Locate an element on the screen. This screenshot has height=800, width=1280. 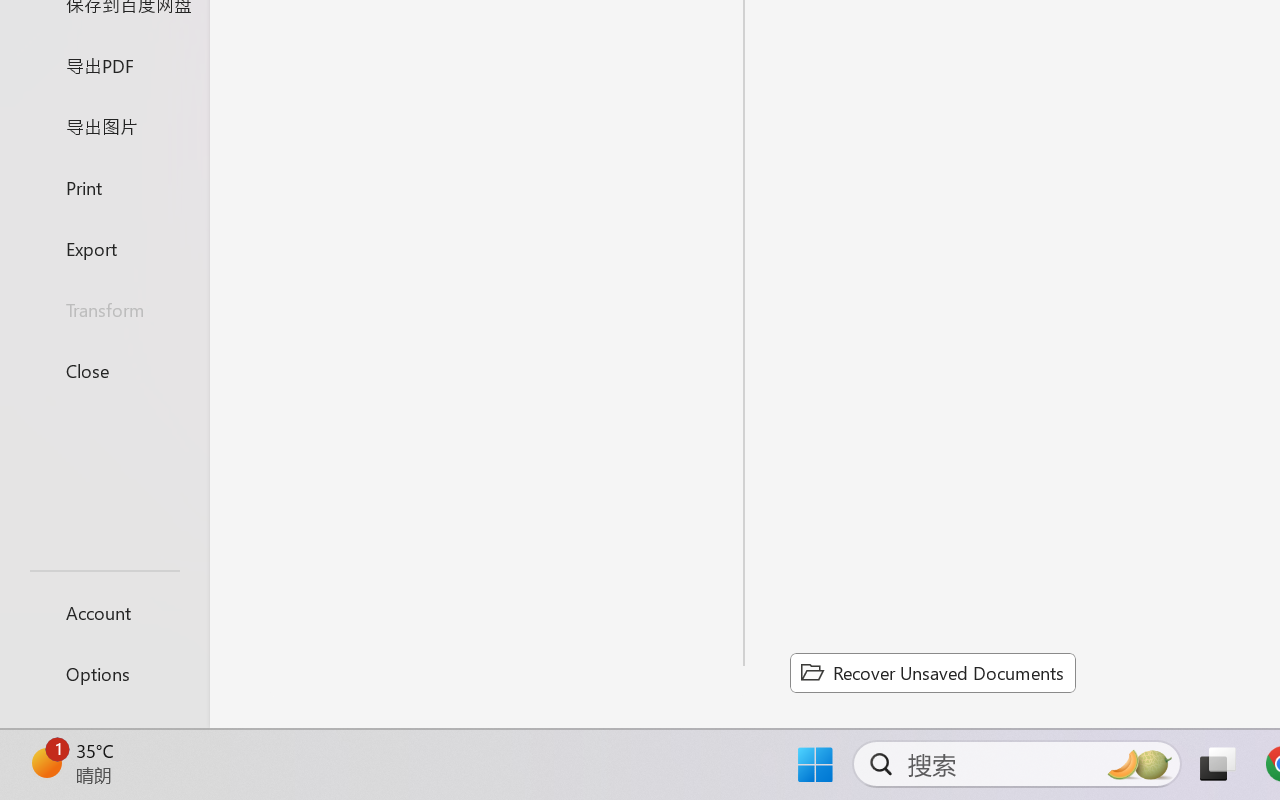
'Transform' is located at coordinates (103, 308).